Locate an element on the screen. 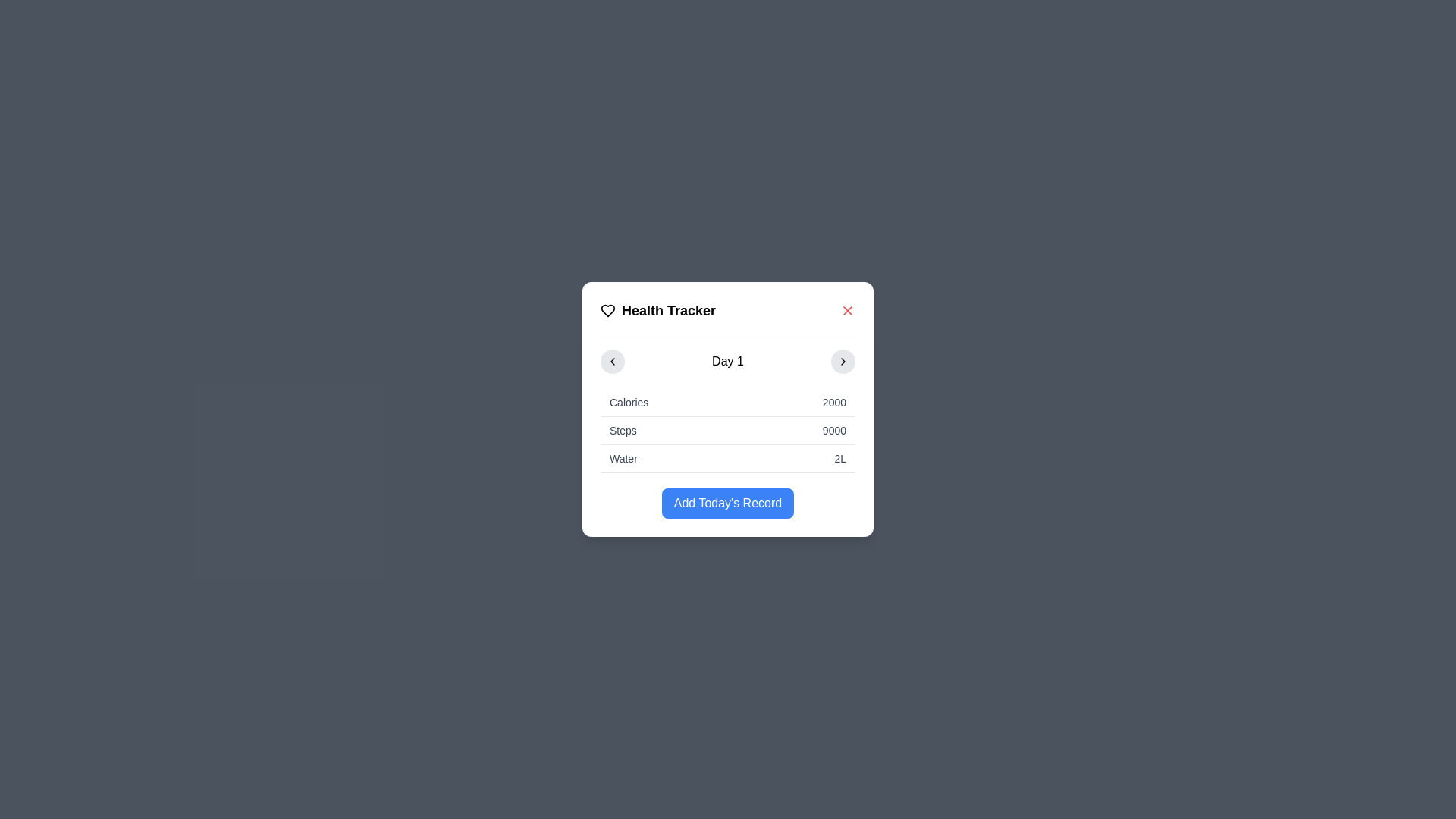 The image size is (1456, 819). the leftward arrow icon button with a gray background, located to the left of the 'Day 1' heading in the modal window is located at coordinates (612, 362).